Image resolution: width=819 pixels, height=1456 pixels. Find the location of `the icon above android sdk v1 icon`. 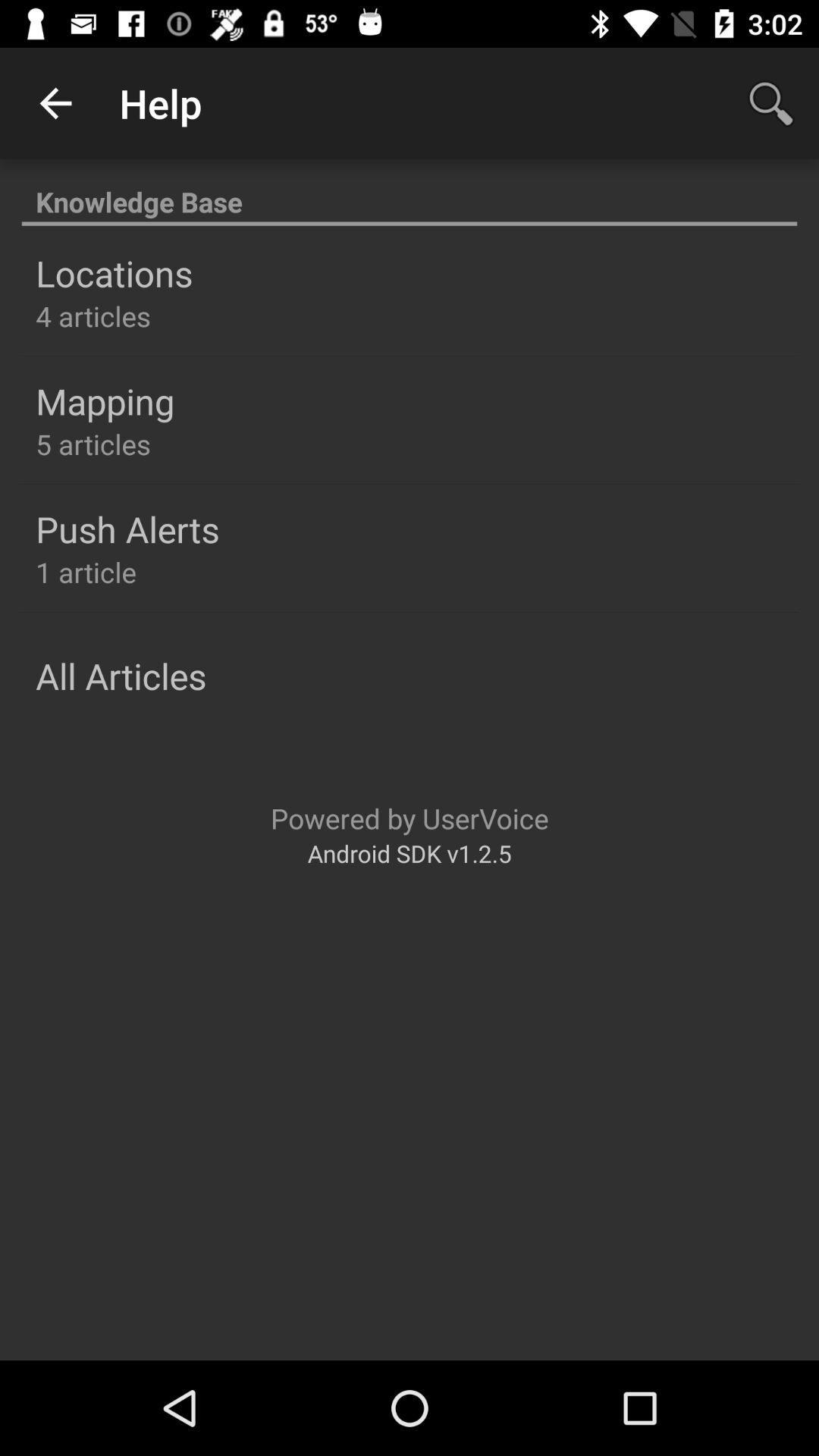

the icon above android sdk v1 icon is located at coordinates (409, 817).